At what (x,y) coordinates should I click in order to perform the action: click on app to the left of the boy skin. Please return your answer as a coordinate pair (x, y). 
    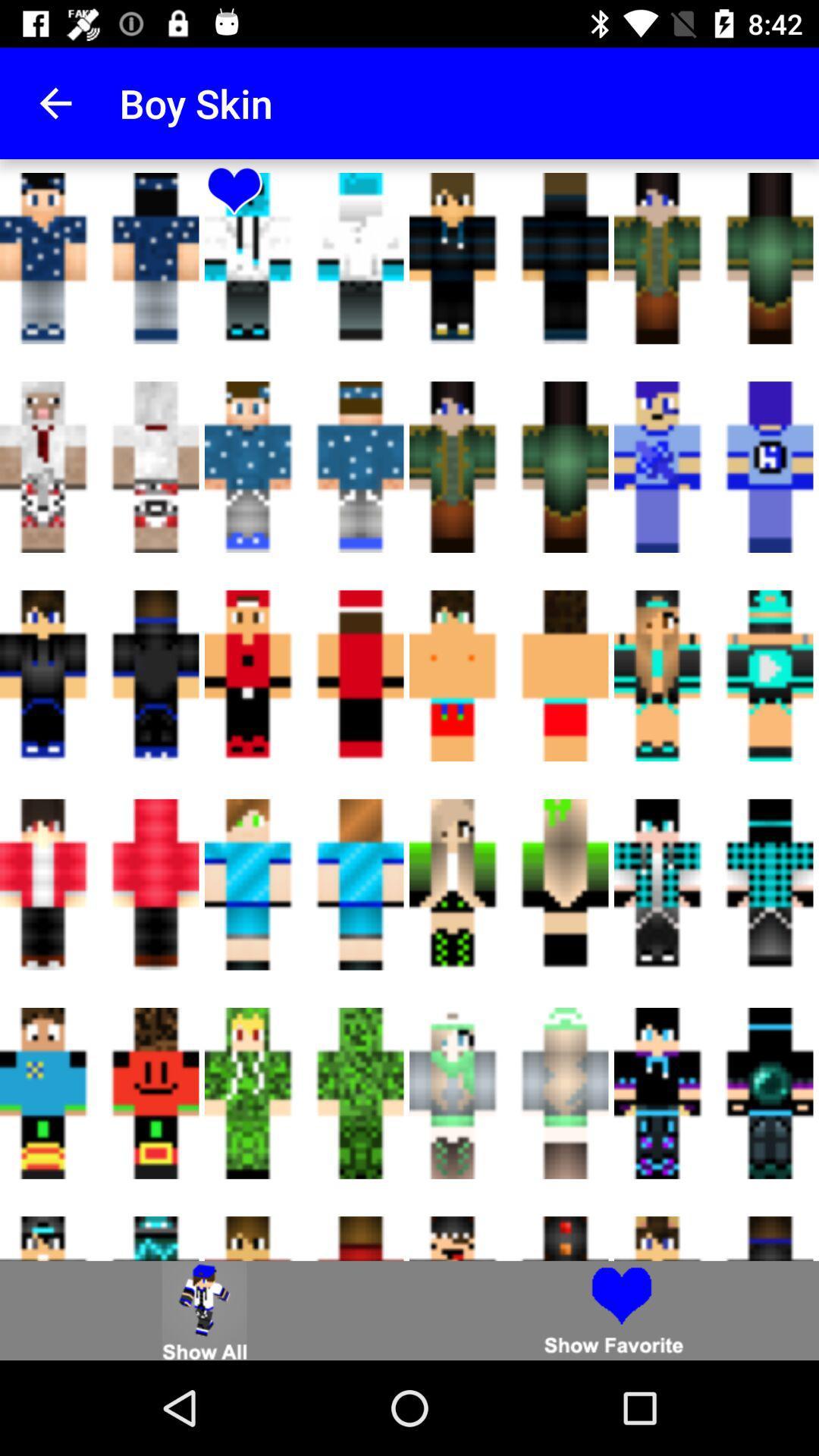
    Looking at the image, I should click on (55, 102).